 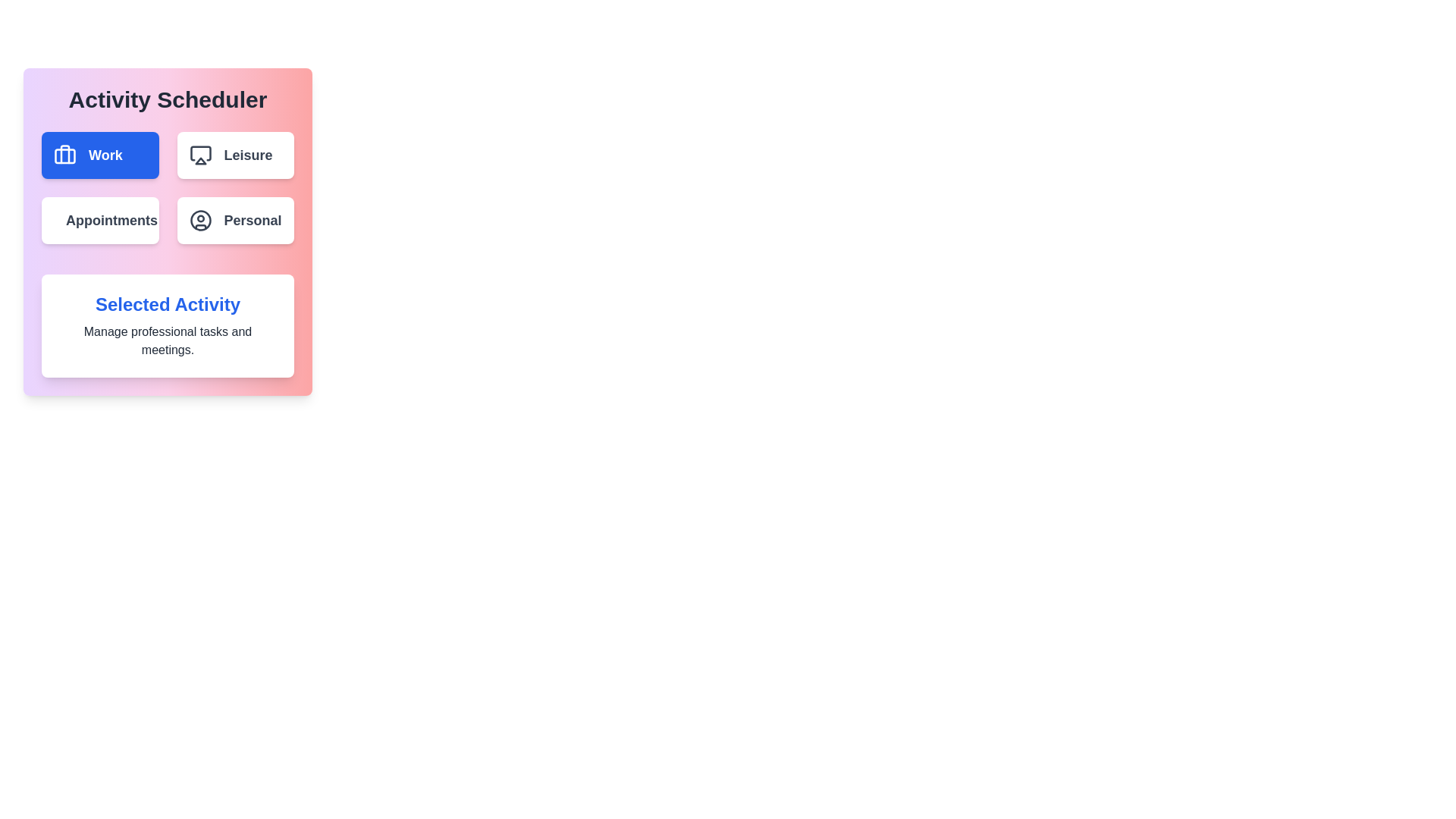 What do you see at coordinates (199, 153) in the screenshot?
I see `the 'Leisure' icon located in the top-right of the button grid` at bounding box center [199, 153].